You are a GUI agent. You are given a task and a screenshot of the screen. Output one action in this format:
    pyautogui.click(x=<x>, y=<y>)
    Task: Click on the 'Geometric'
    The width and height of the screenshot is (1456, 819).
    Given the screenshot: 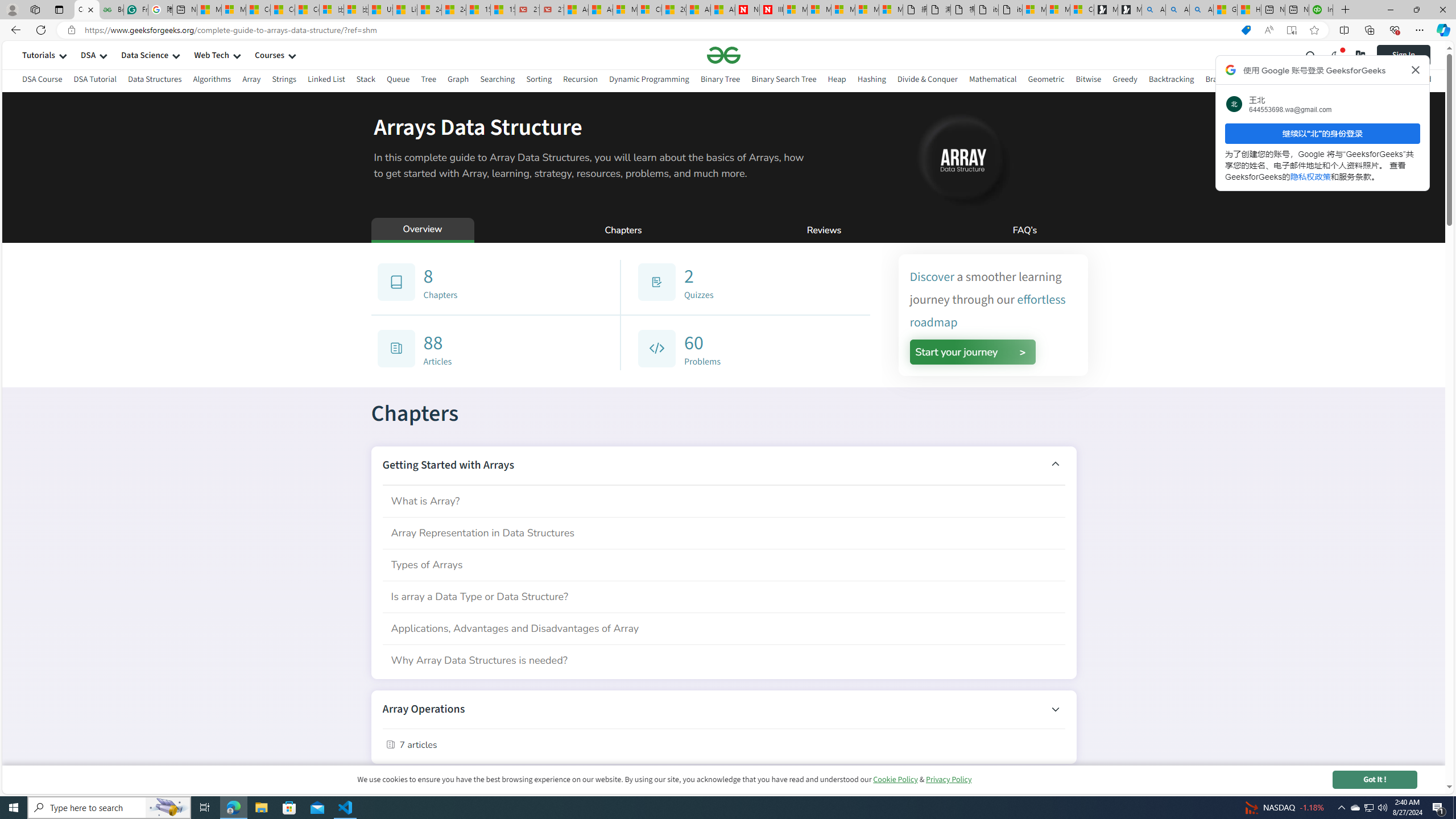 What is the action you would take?
    pyautogui.click(x=1045, y=78)
    